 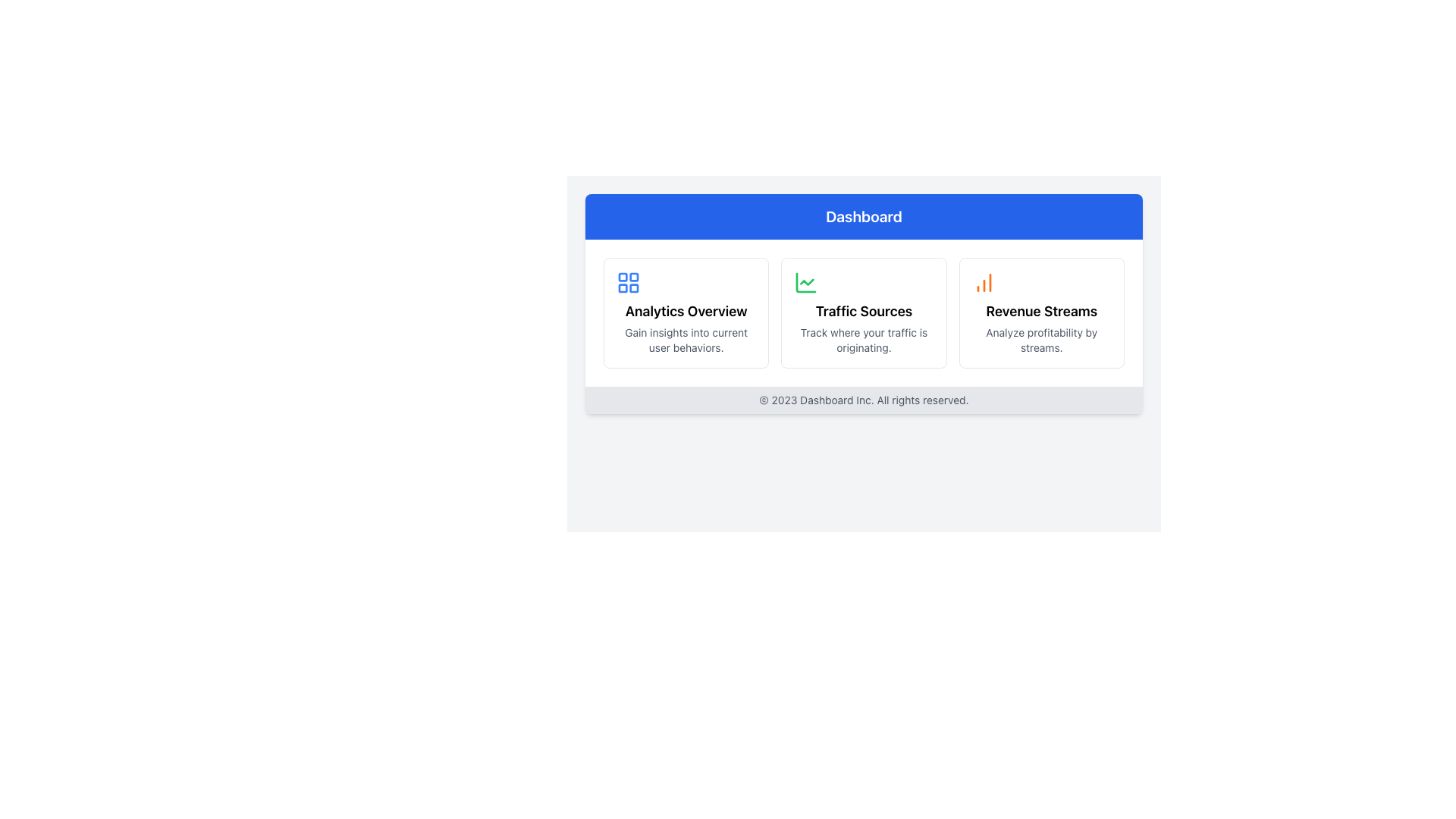 I want to click on the heading label for the Analytics Overview section located in the upper-left corner of the Dashboard tile, so click(x=686, y=311).